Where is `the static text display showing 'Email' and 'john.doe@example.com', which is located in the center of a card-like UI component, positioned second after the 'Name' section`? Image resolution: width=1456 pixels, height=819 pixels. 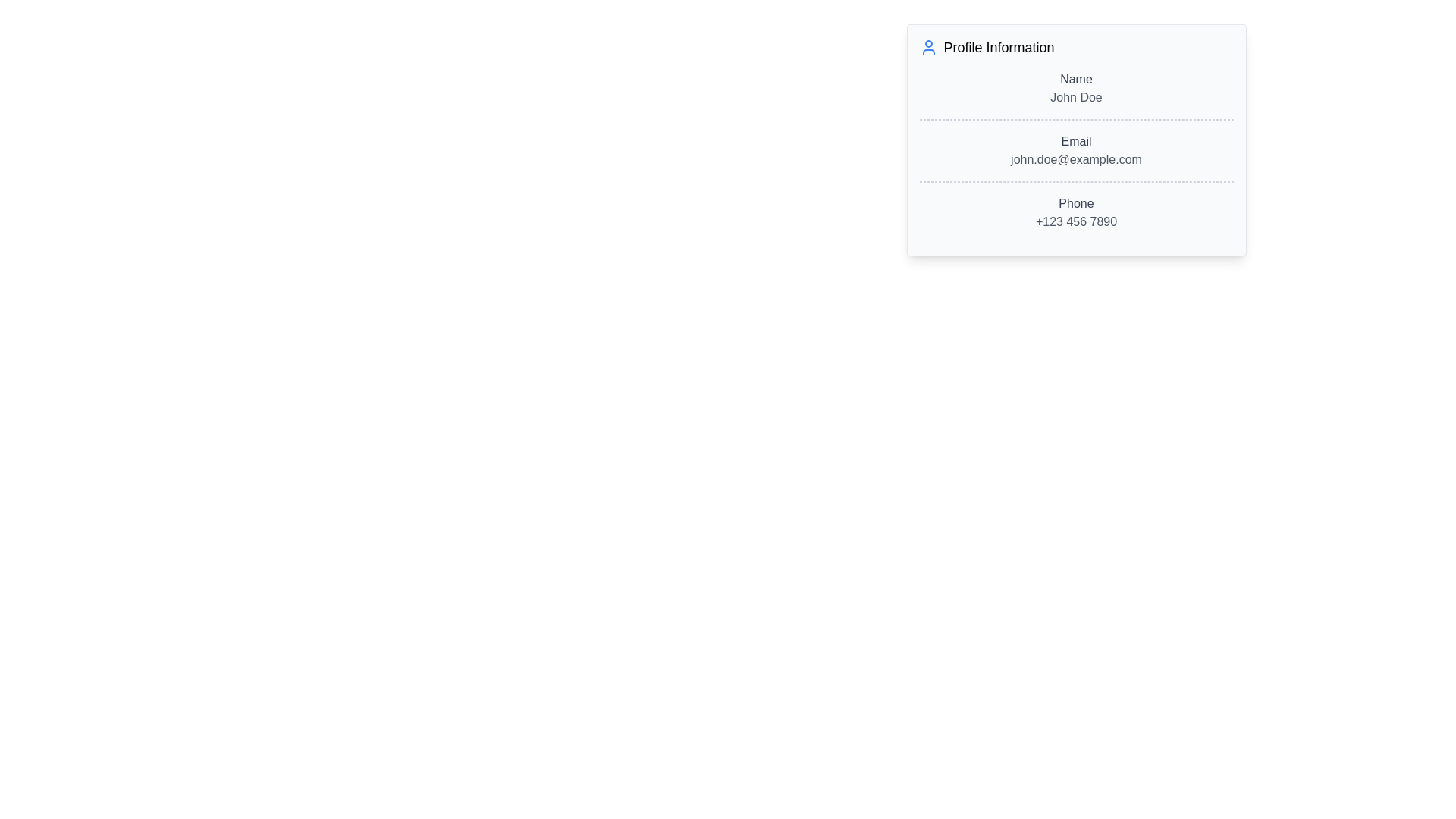
the static text display showing 'Email' and 'john.doe@example.com', which is located in the center of a card-like UI component, positioned second after the 'Name' section is located at coordinates (1075, 151).